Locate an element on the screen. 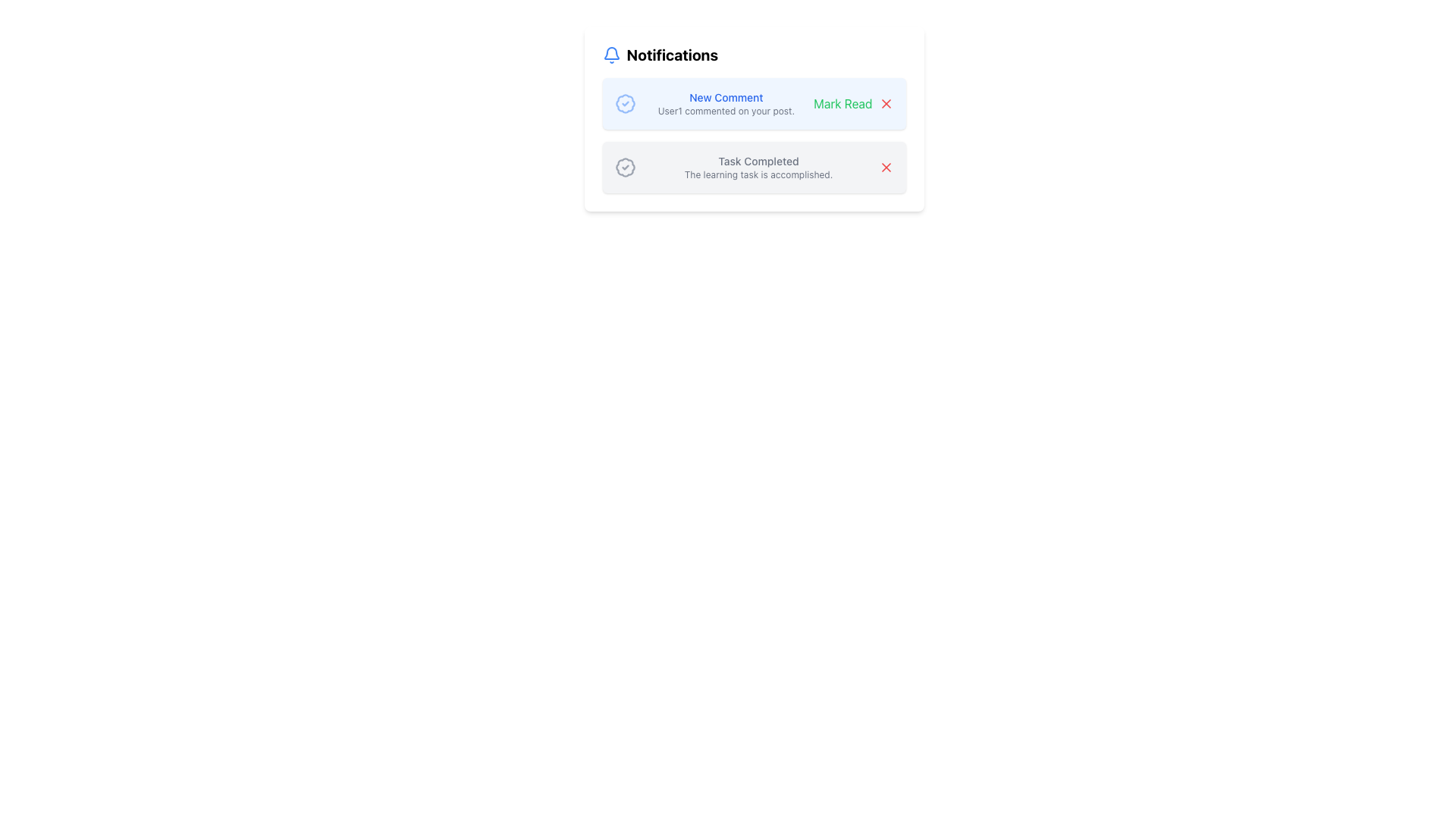  details of the notification block that provides information about task completion, located below the 'New Comment' notification is located at coordinates (754, 167).